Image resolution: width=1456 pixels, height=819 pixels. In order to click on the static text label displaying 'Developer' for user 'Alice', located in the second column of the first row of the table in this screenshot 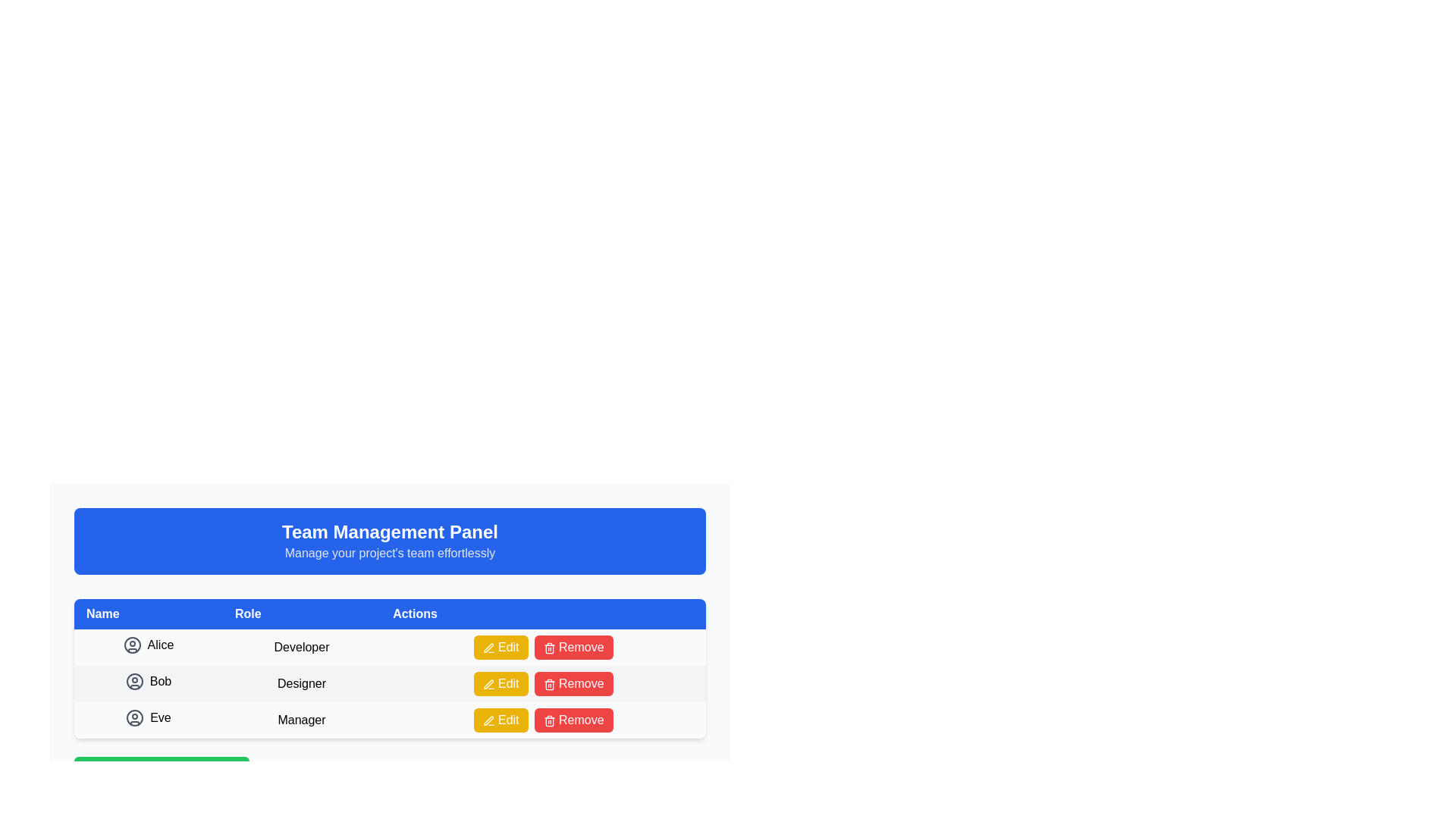, I will do `click(302, 647)`.